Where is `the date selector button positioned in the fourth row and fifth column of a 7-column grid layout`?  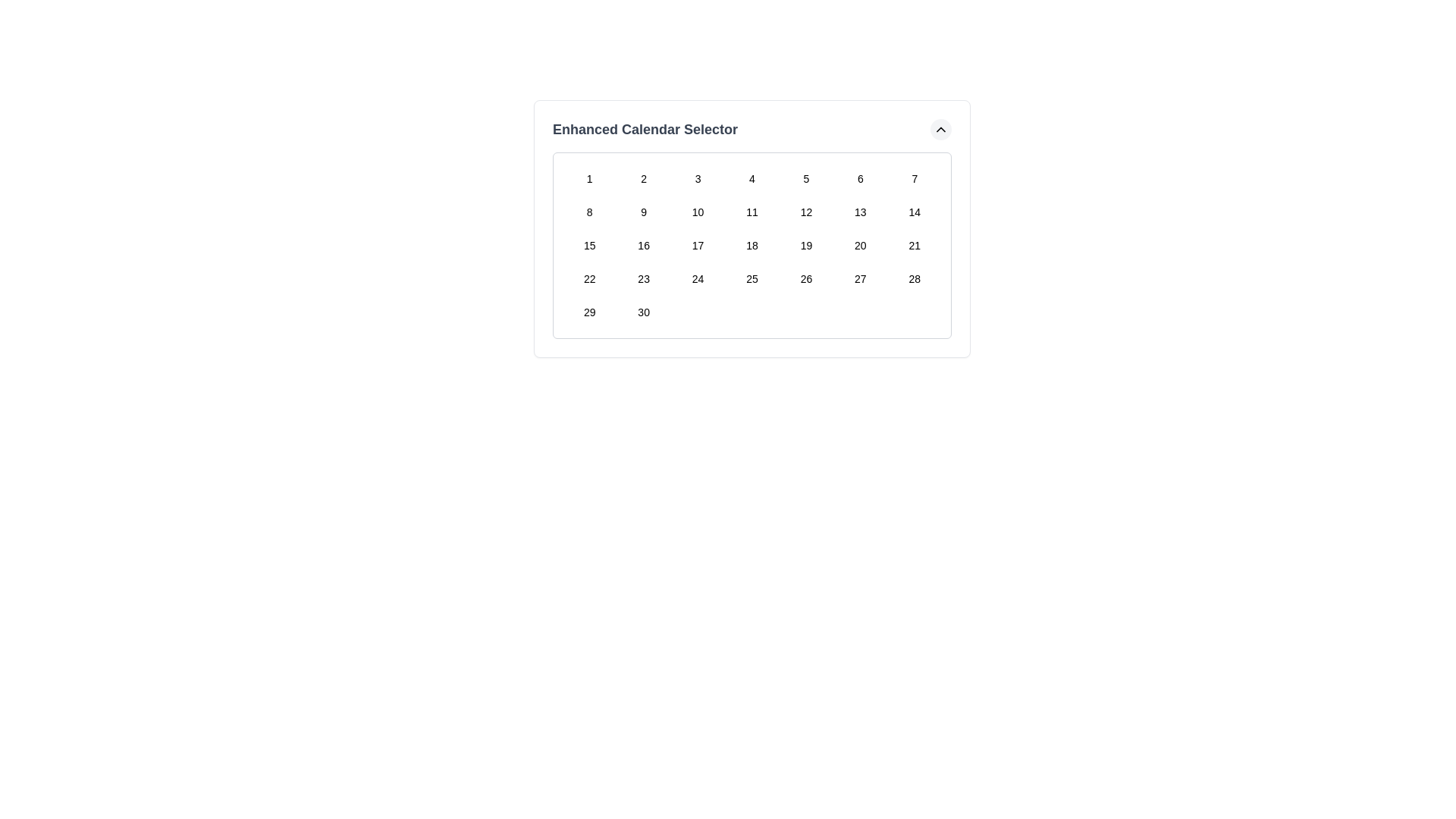
the date selector button positioned in the fourth row and fifth column of a 7-column grid layout is located at coordinates (805, 245).